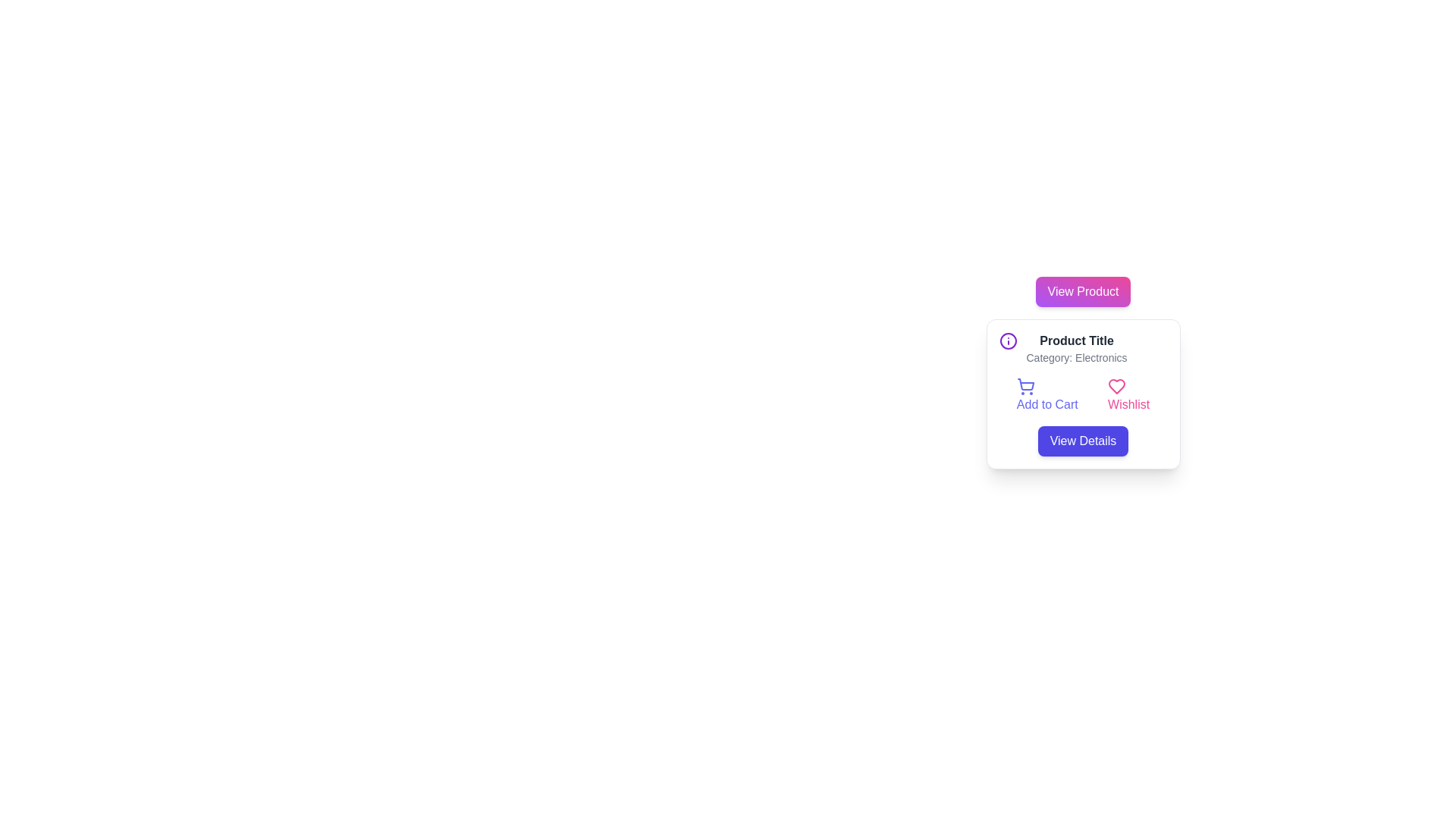 Image resolution: width=1456 pixels, height=819 pixels. Describe the element at coordinates (1046, 394) in the screenshot. I see `the 'Add to Cart' button located on the left side of the row beneath the product information` at that location.